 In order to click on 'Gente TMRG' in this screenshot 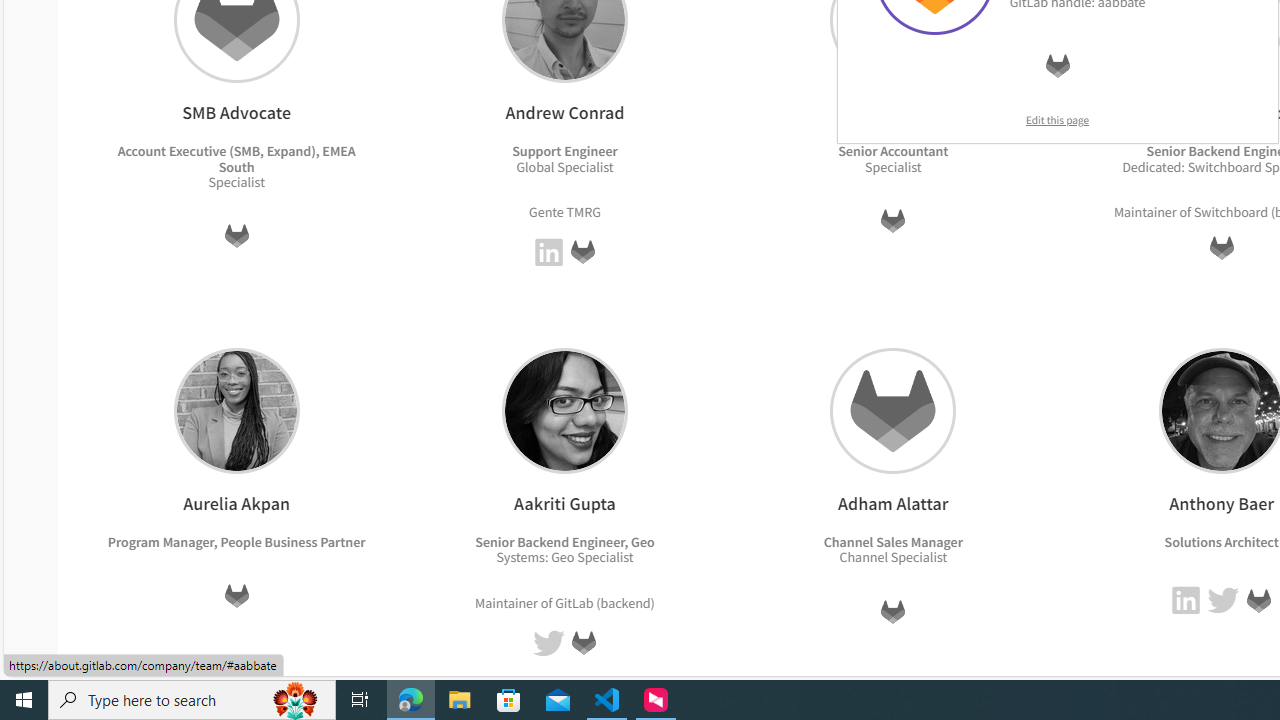, I will do `click(564, 211)`.